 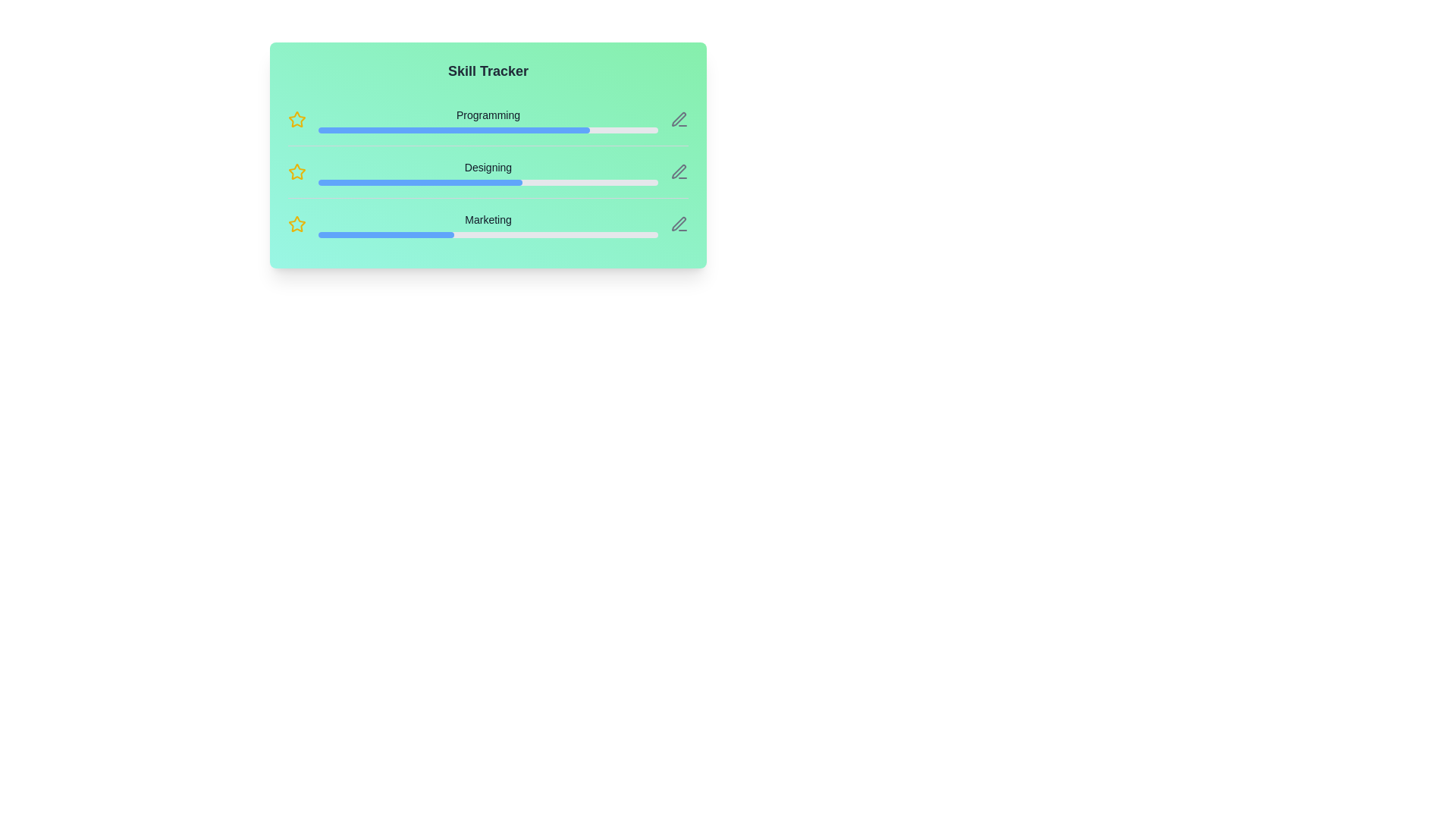 What do you see at coordinates (679, 171) in the screenshot?
I see `the edit icon next to the skill Designing` at bounding box center [679, 171].